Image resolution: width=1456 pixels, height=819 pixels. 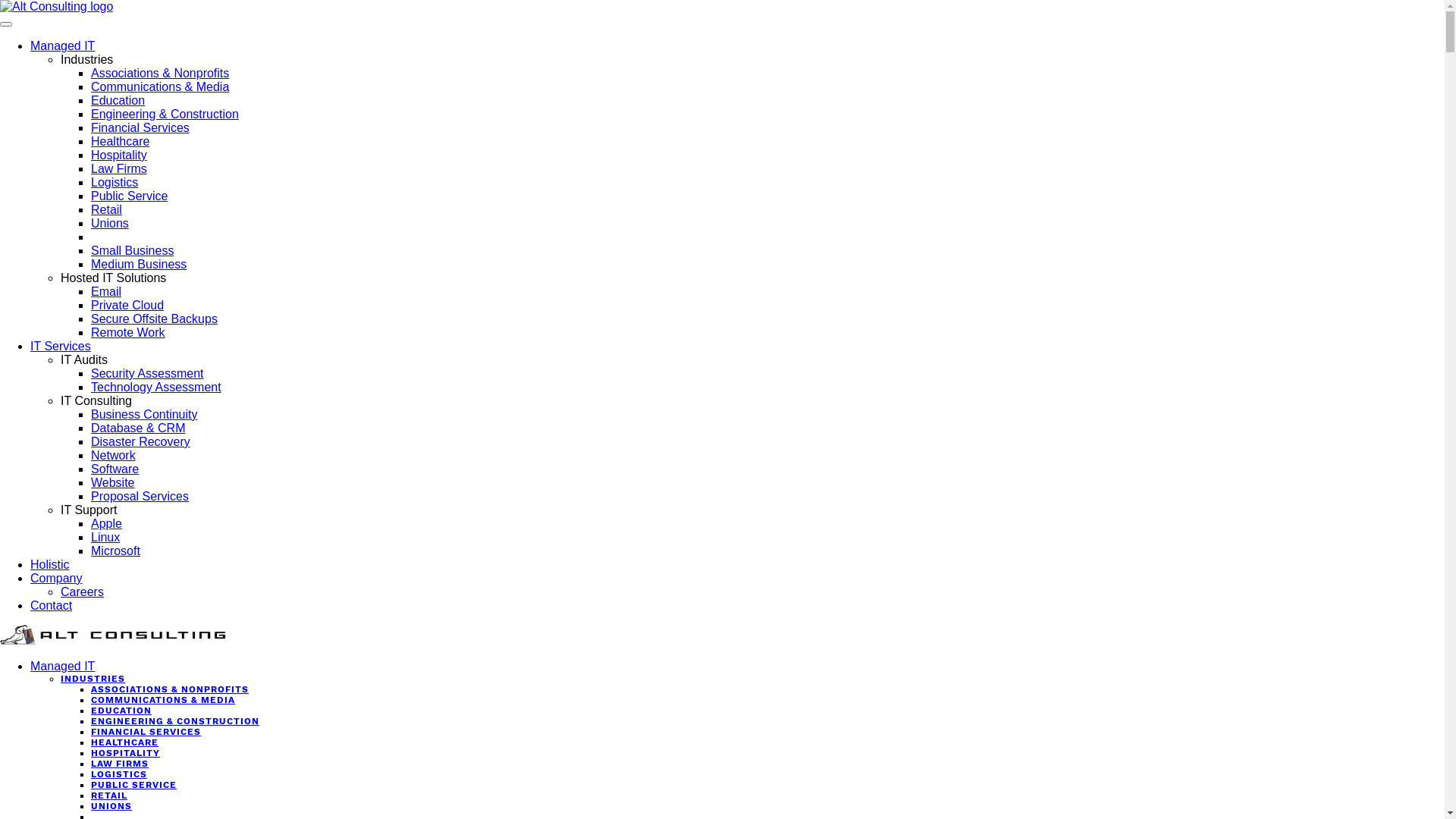 I want to click on 'Financial Services', so click(x=140, y=127).